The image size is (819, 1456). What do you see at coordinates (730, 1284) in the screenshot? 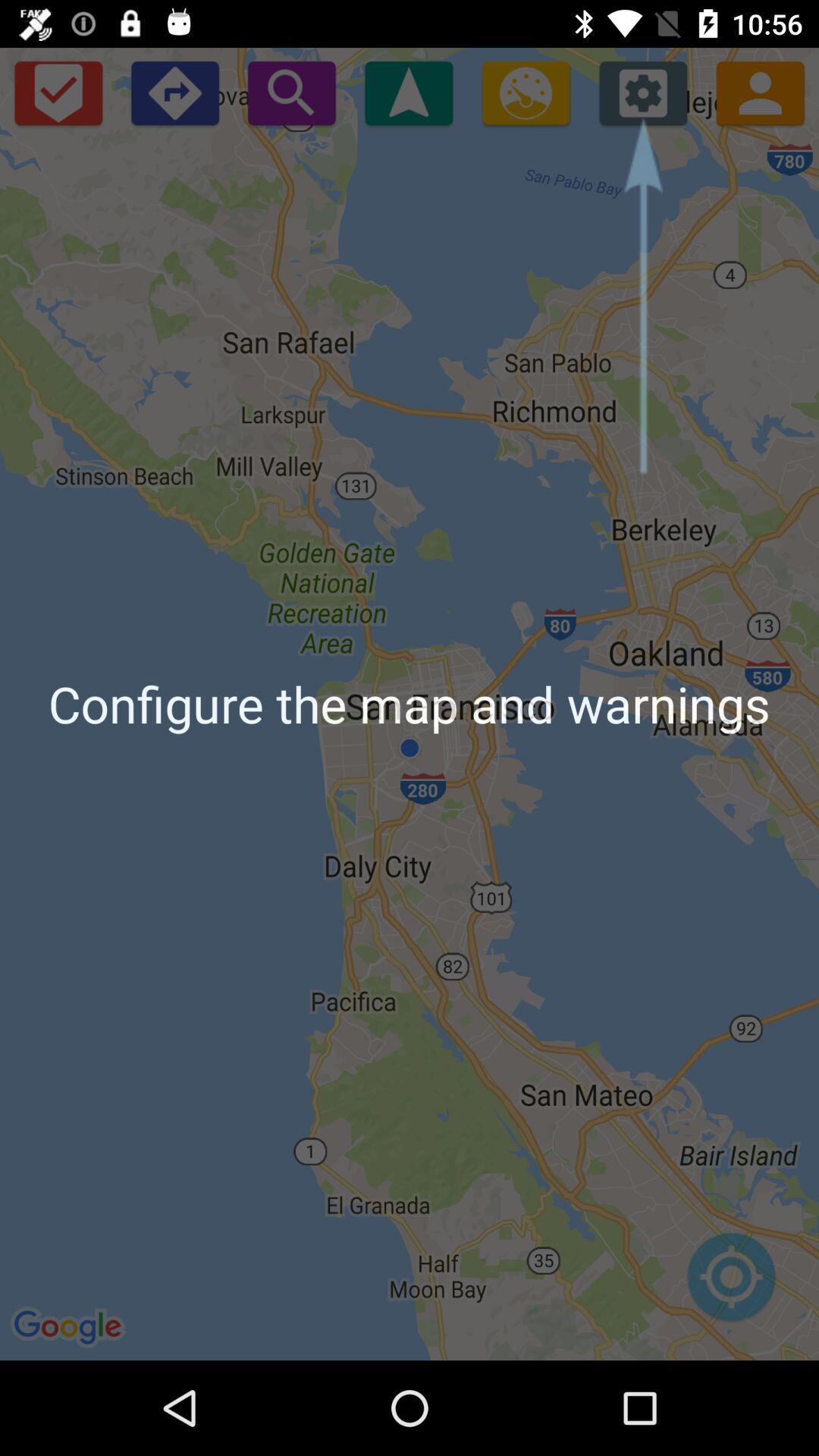
I see `the item below the configure the map app` at bounding box center [730, 1284].